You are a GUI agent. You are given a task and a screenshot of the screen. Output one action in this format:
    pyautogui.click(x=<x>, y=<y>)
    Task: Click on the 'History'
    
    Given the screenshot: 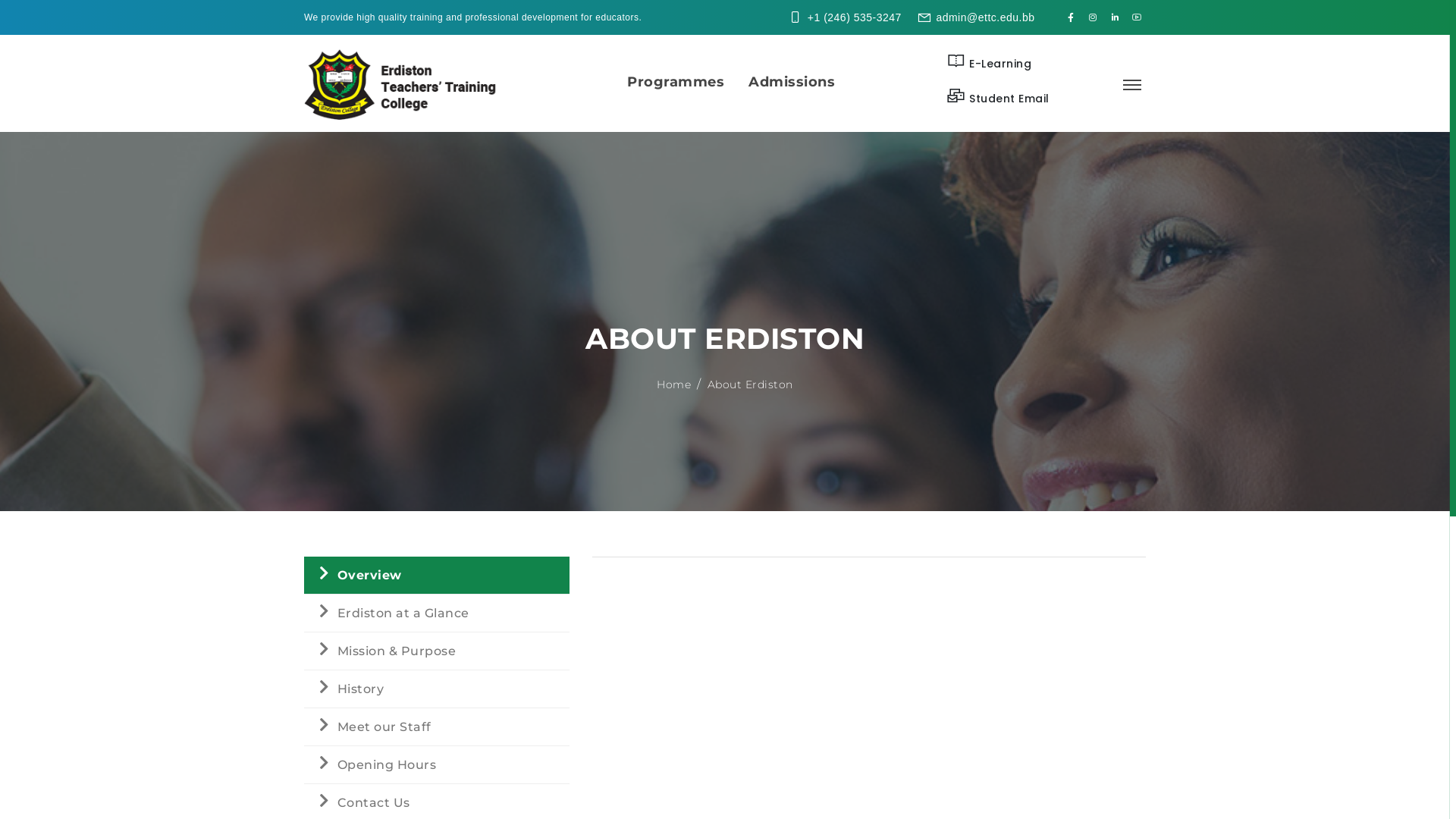 What is the action you would take?
    pyautogui.click(x=436, y=689)
    